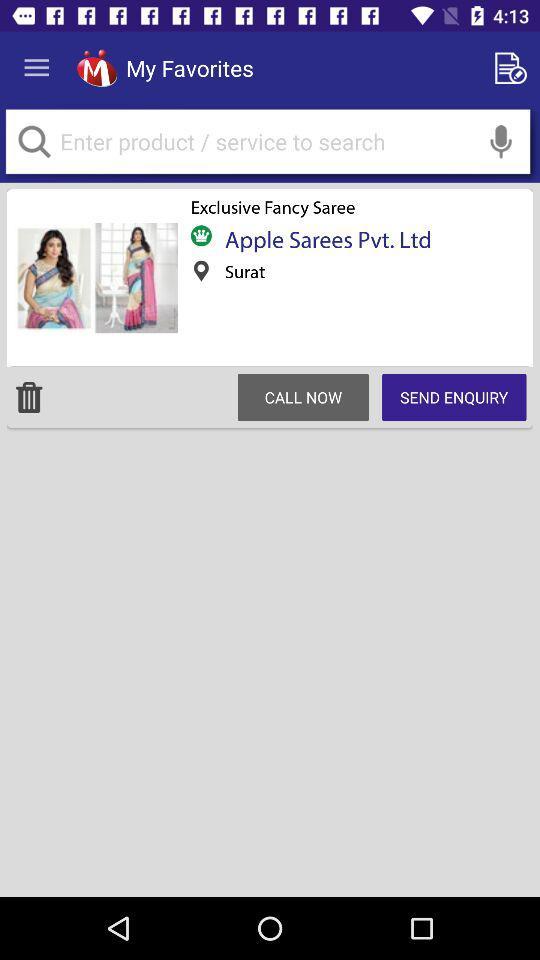 The height and width of the screenshot is (960, 540). I want to click on search button, so click(267, 140).